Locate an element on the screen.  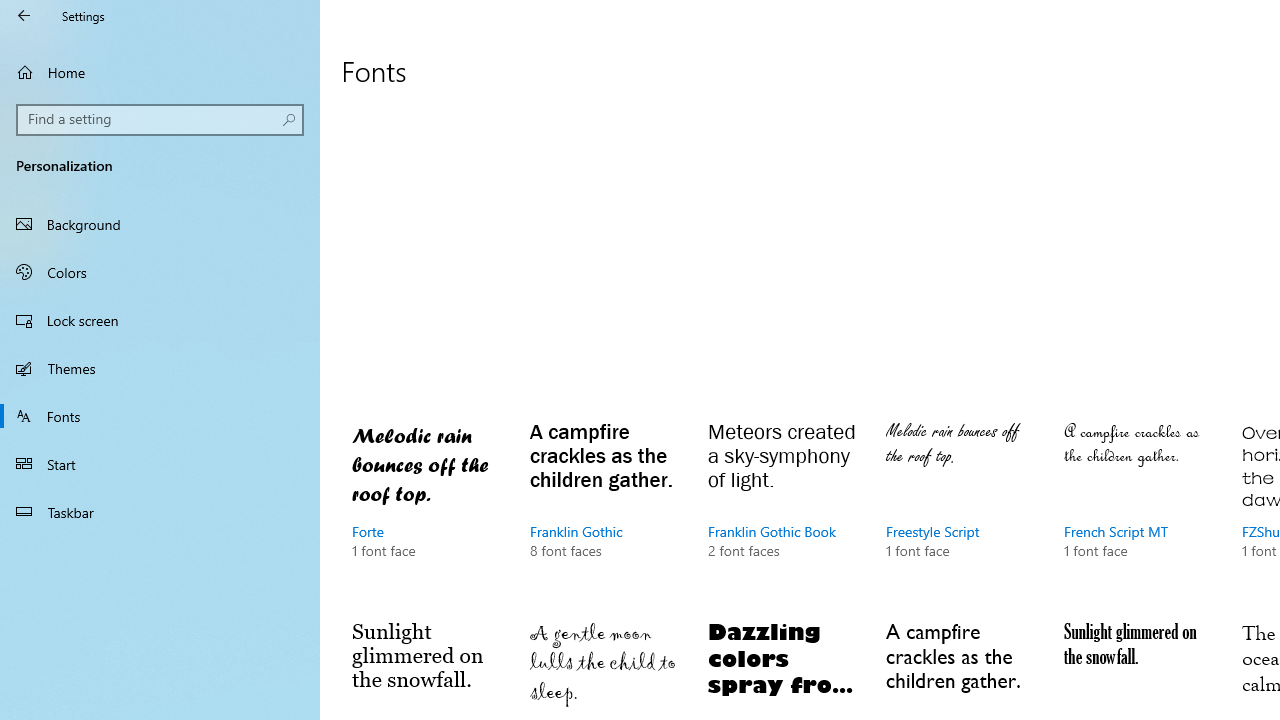
'Franklin Gothic Book, 2 font faces' is located at coordinates (782, 508).